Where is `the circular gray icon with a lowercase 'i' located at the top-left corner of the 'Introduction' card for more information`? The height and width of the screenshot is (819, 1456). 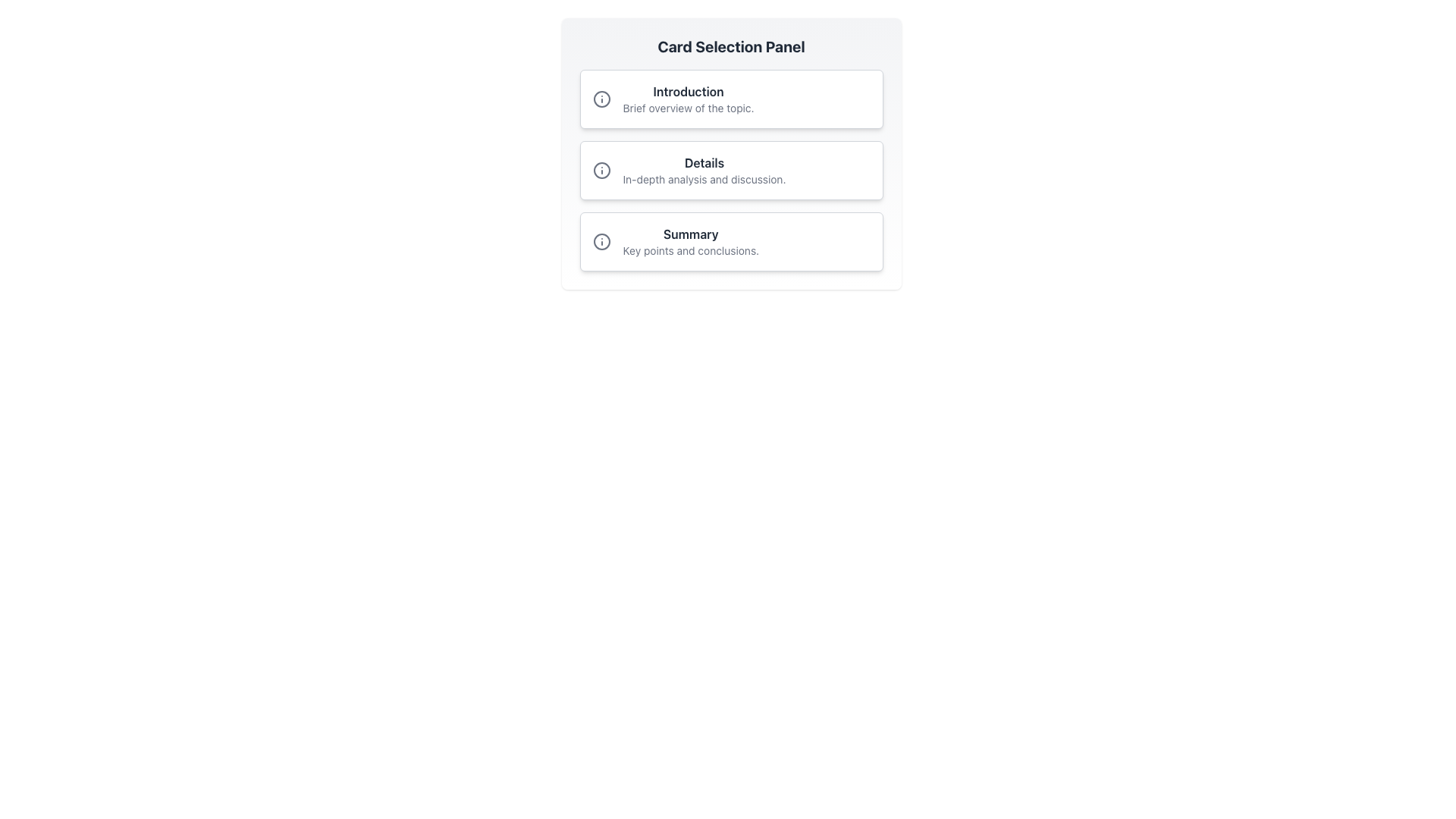 the circular gray icon with a lowercase 'i' located at the top-left corner of the 'Introduction' card for more information is located at coordinates (601, 99).